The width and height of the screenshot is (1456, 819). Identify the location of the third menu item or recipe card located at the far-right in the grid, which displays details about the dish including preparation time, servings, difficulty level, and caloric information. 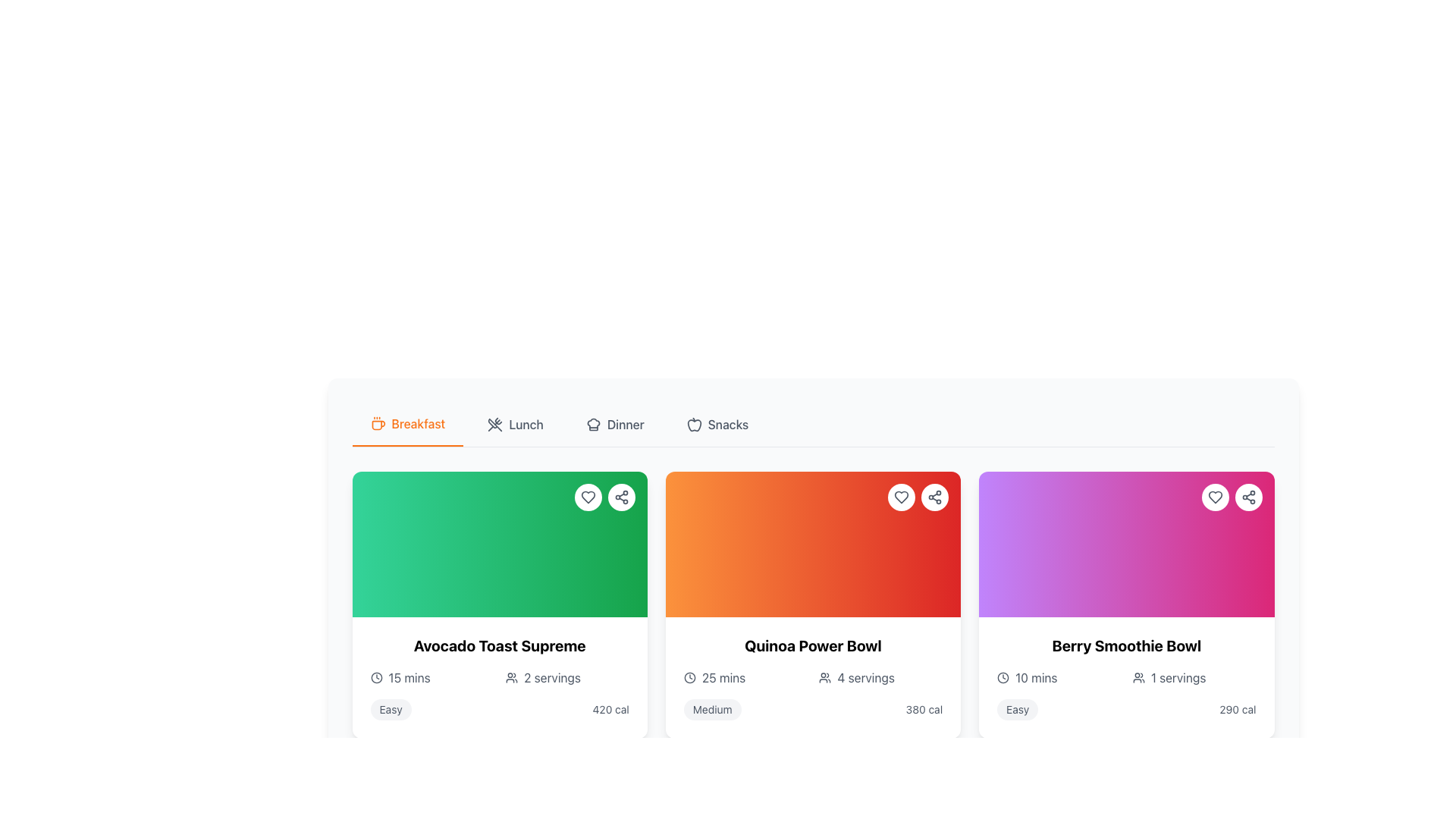
(1126, 677).